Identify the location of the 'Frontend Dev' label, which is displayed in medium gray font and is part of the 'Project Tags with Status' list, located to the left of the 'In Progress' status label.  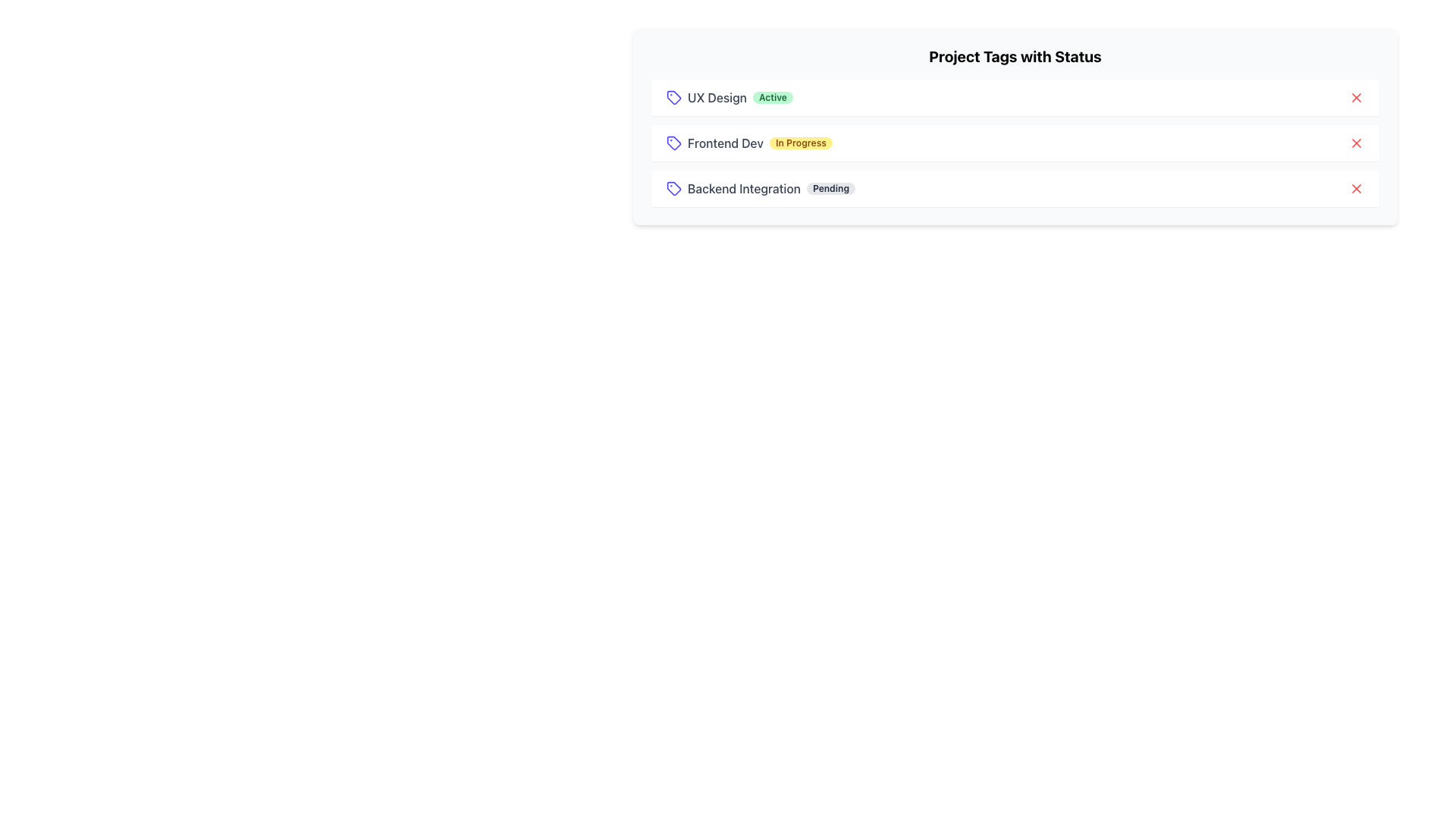
(724, 143).